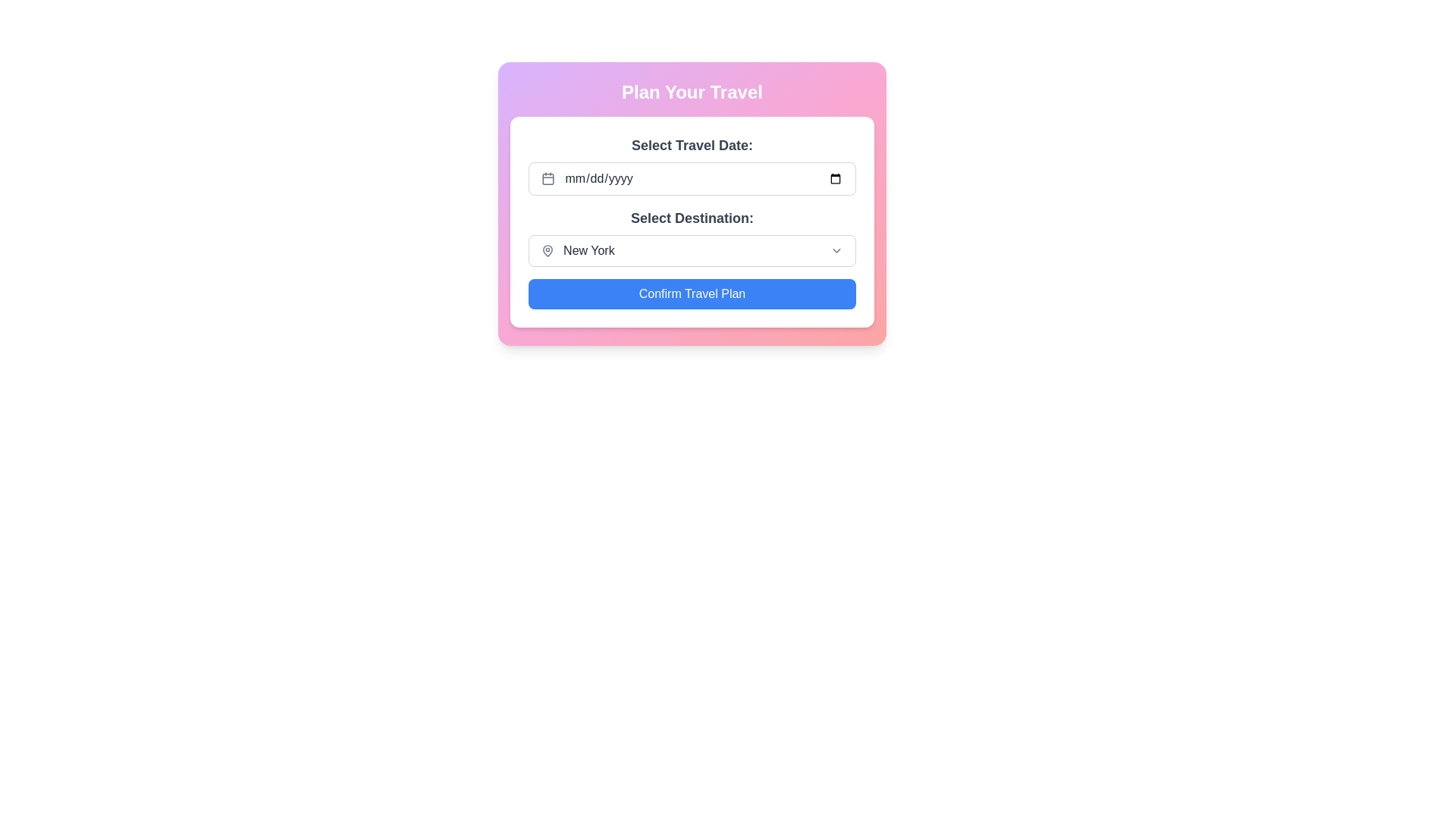  I want to click on the map pin icon, which is a hollow style SVG icon in gray color located to the left of the text 'New York', so click(547, 250).